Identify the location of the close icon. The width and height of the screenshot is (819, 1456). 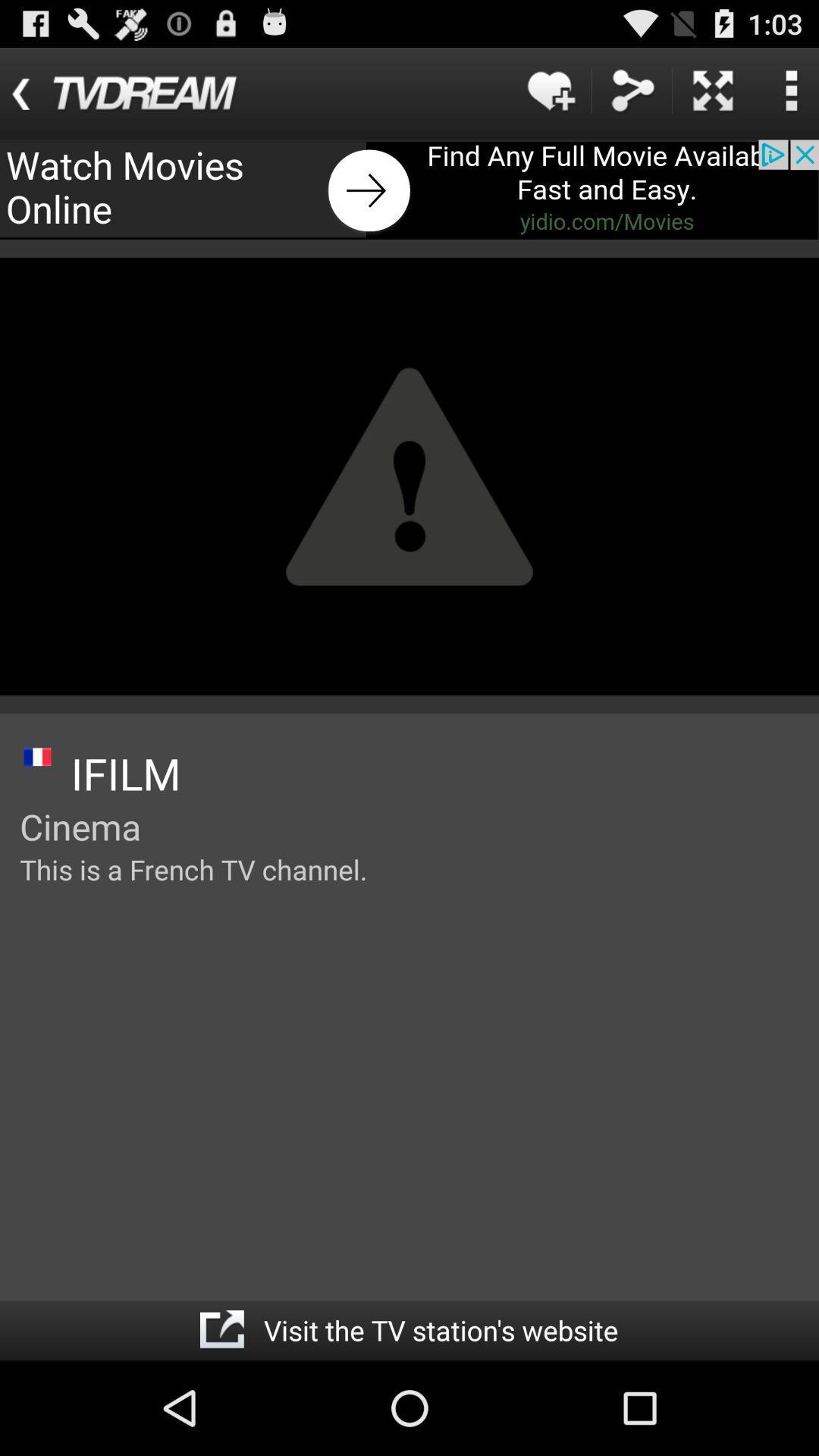
(713, 96).